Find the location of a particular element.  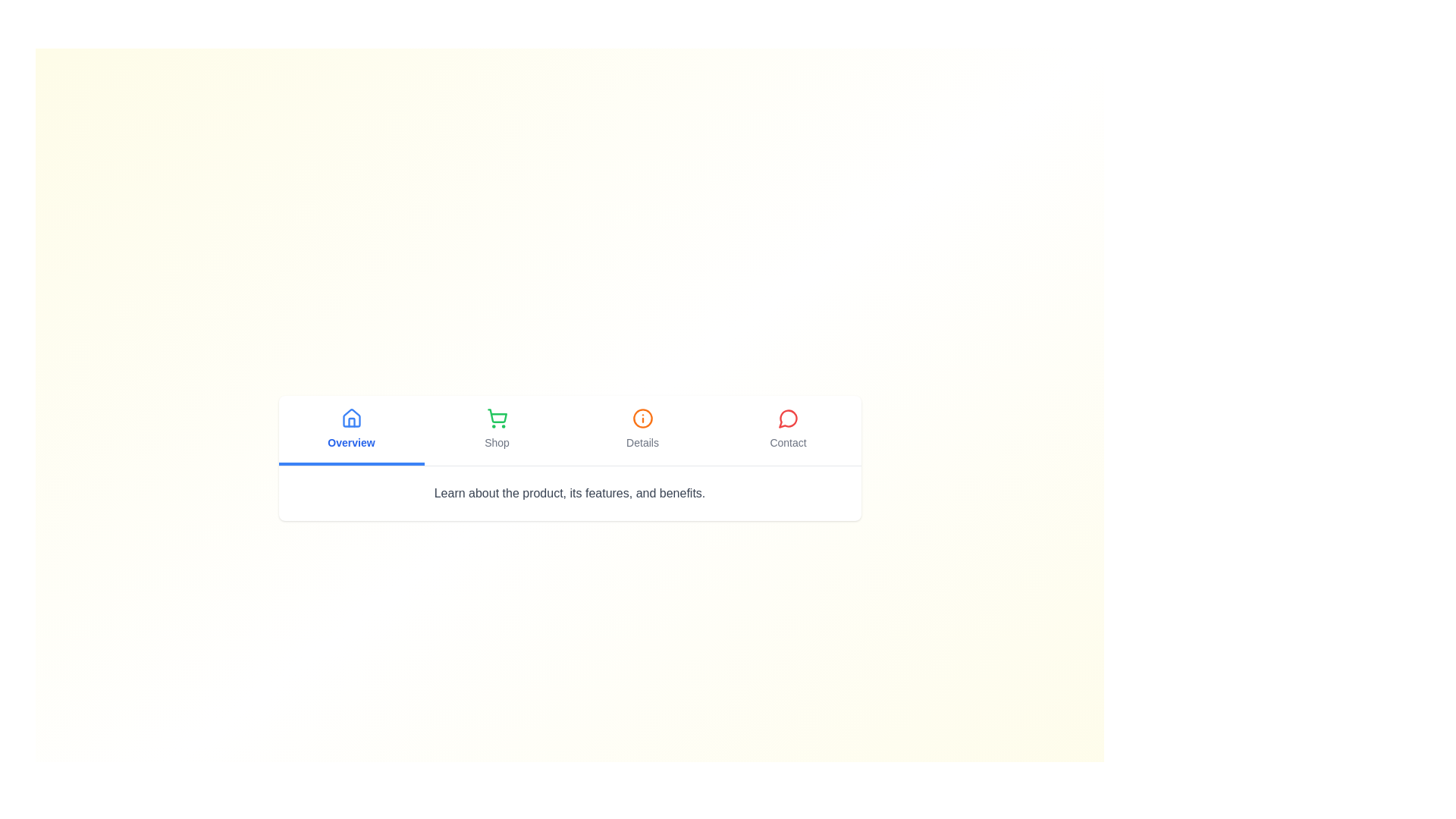

the Shop tab to switch to its content is located at coordinates (497, 430).